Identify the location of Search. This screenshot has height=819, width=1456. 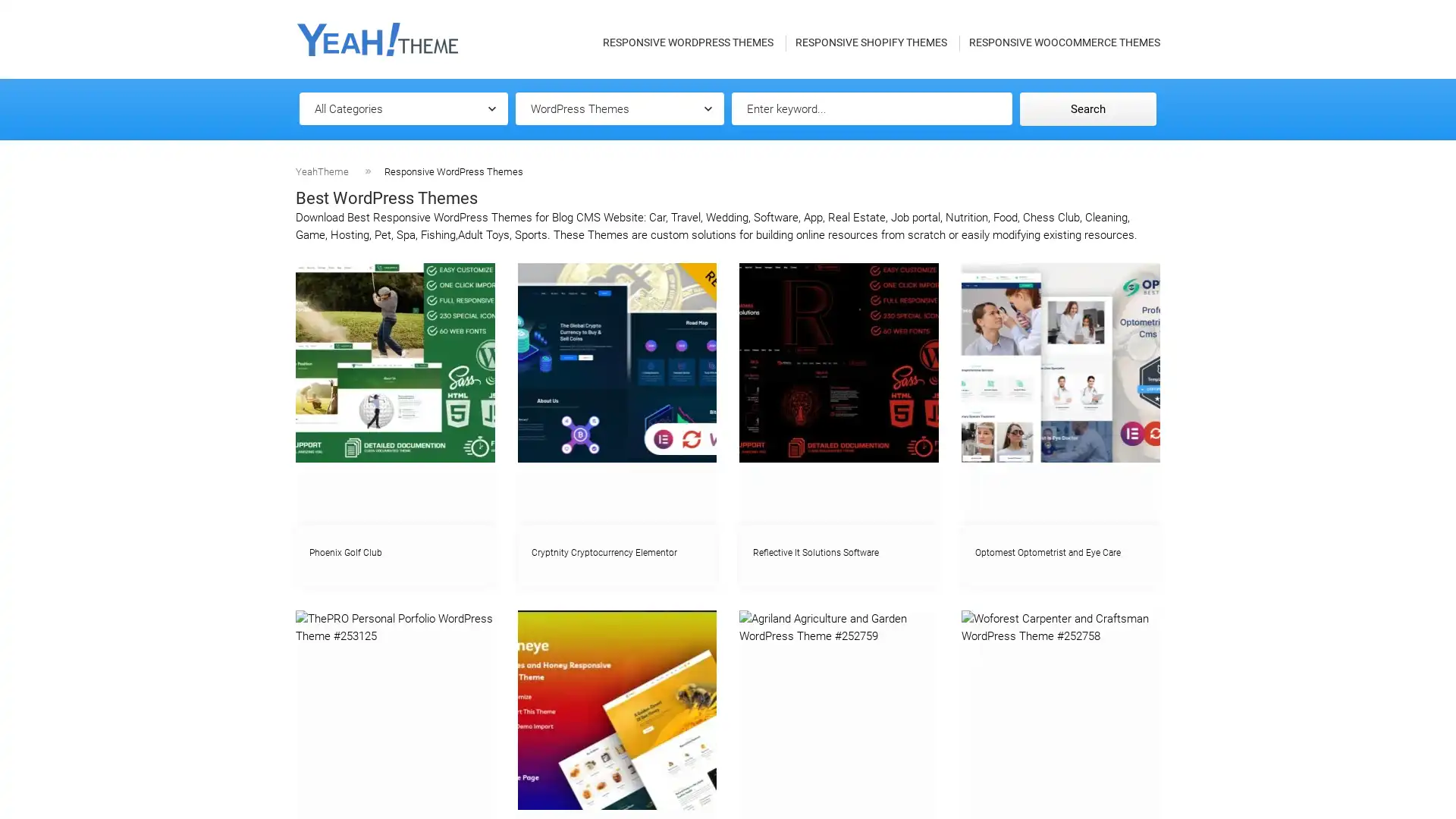
(1087, 108).